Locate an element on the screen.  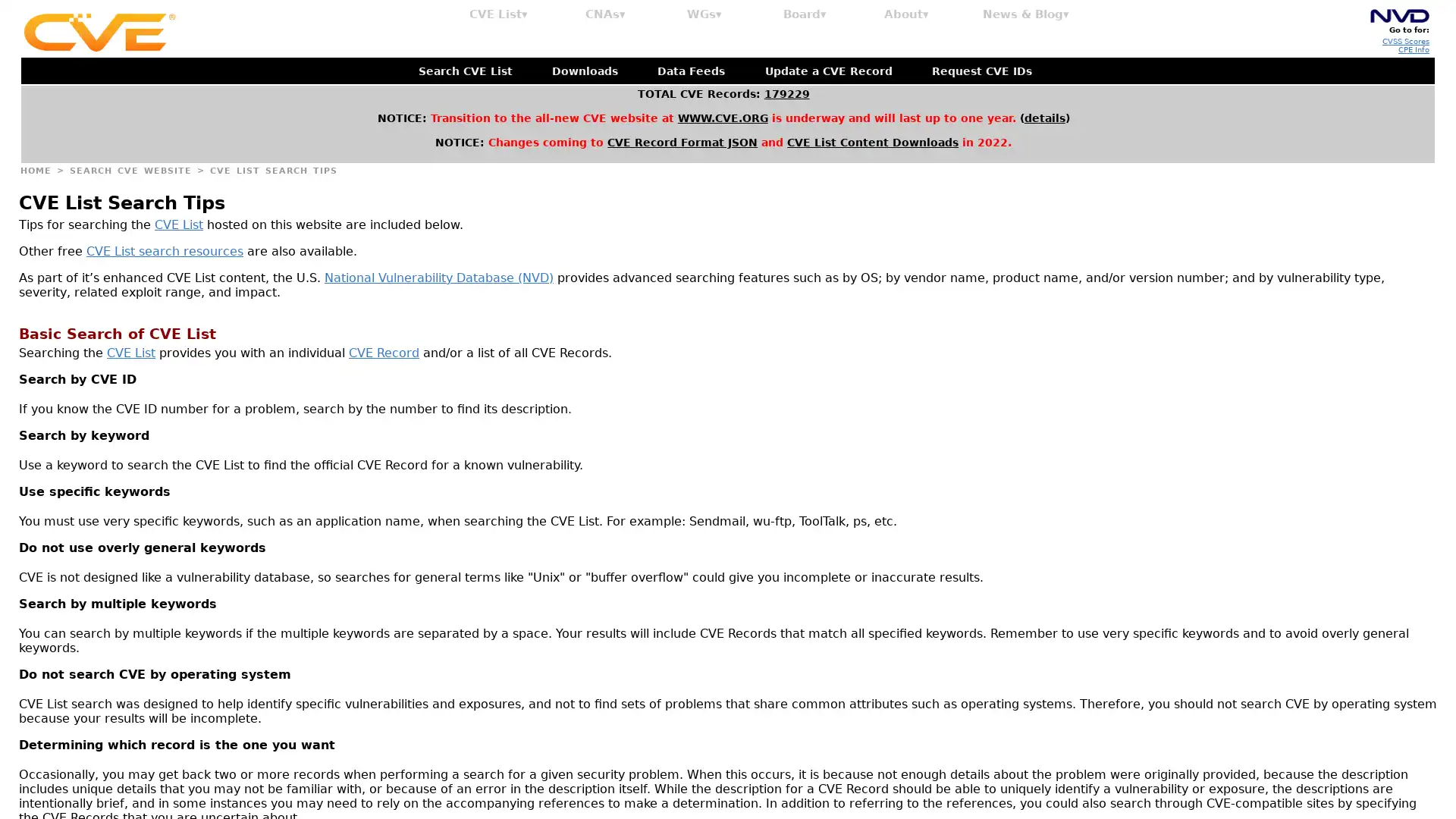
CNAs is located at coordinates (604, 14).